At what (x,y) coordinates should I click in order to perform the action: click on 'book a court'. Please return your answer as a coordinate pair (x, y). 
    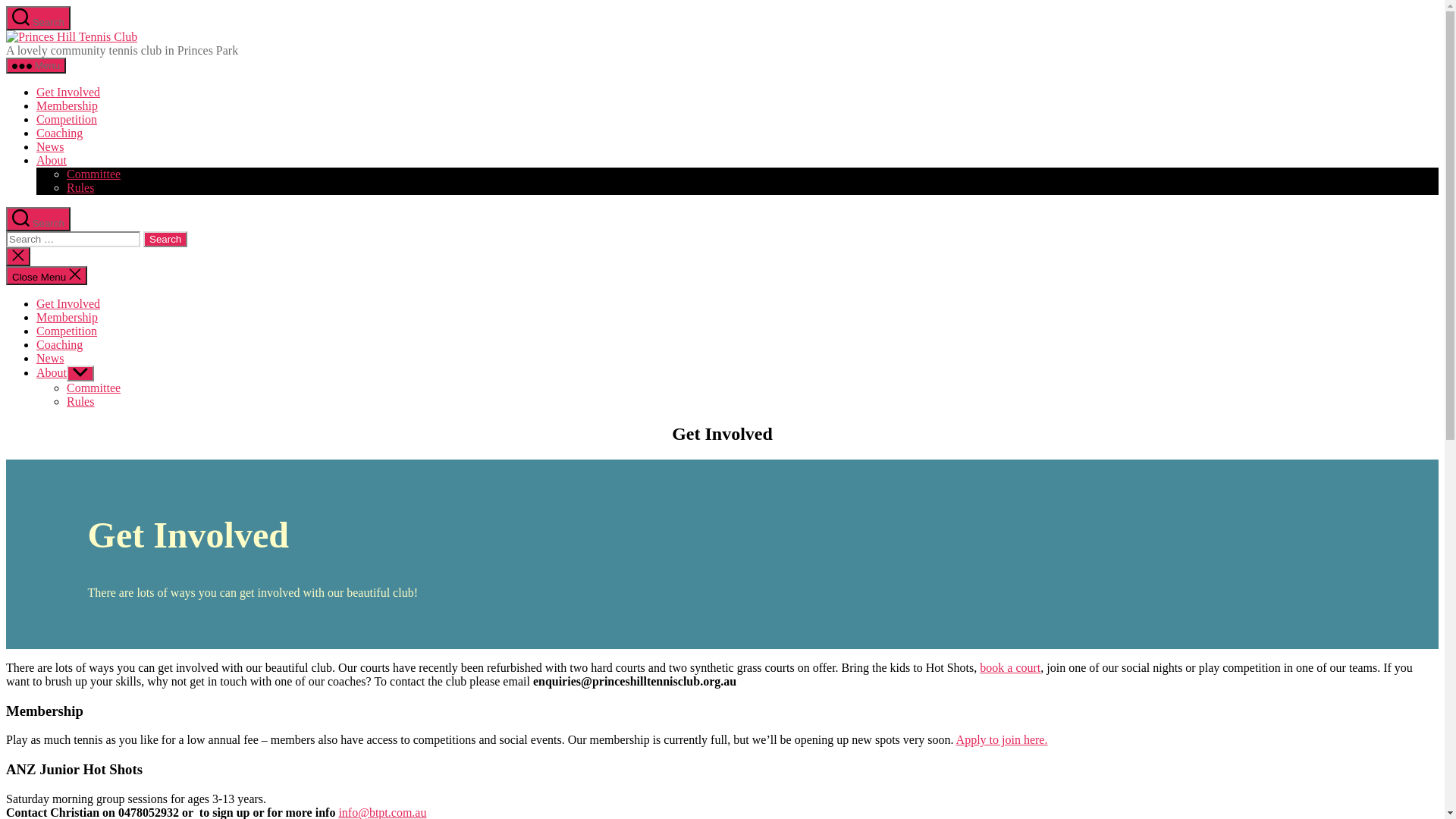
    Looking at the image, I should click on (1010, 667).